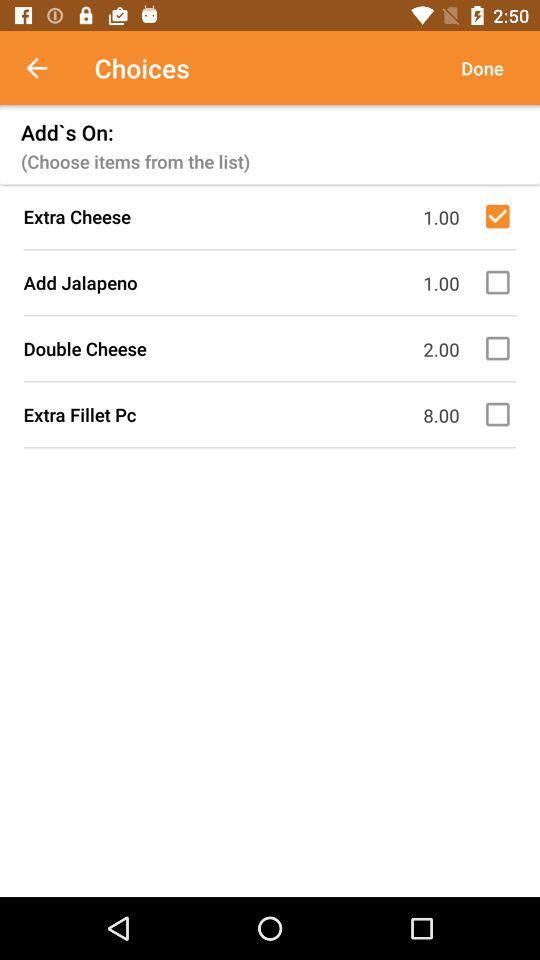 This screenshot has width=540, height=960. What do you see at coordinates (500, 348) in the screenshot?
I see `a box for choosing double cheese` at bounding box center [500, 348].